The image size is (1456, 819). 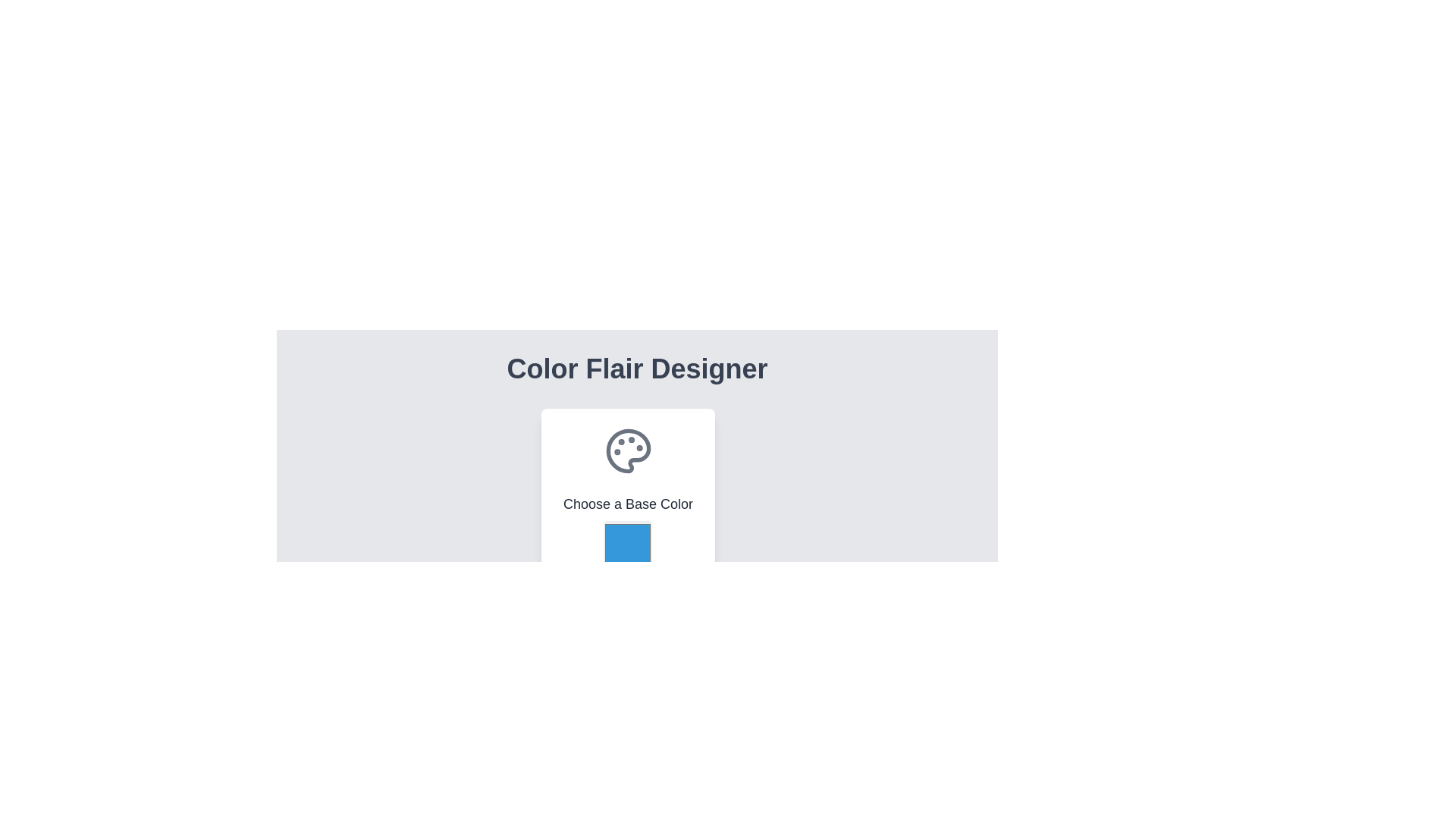 What do you see at coordinates (628, 504) in the screenshot?
I see `the informational Text label guiding the user to select a base color, located below the color palette icon and above the square color picker` at bounding box center [628, 504].